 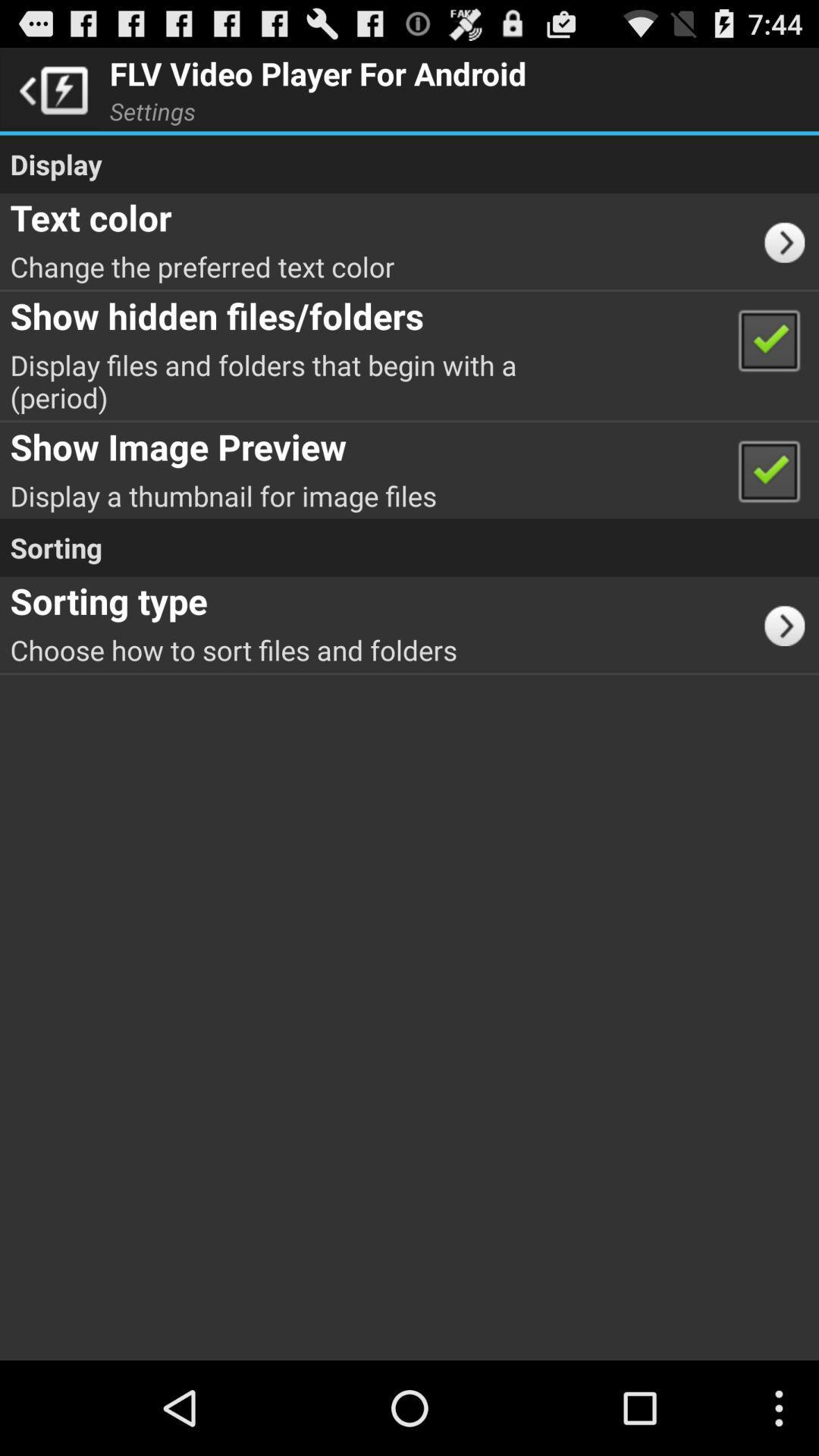 What do you see at coordinates (49, 88) in the screenshot?
I see `item next to flv video player` at bounding box center [49, 88].